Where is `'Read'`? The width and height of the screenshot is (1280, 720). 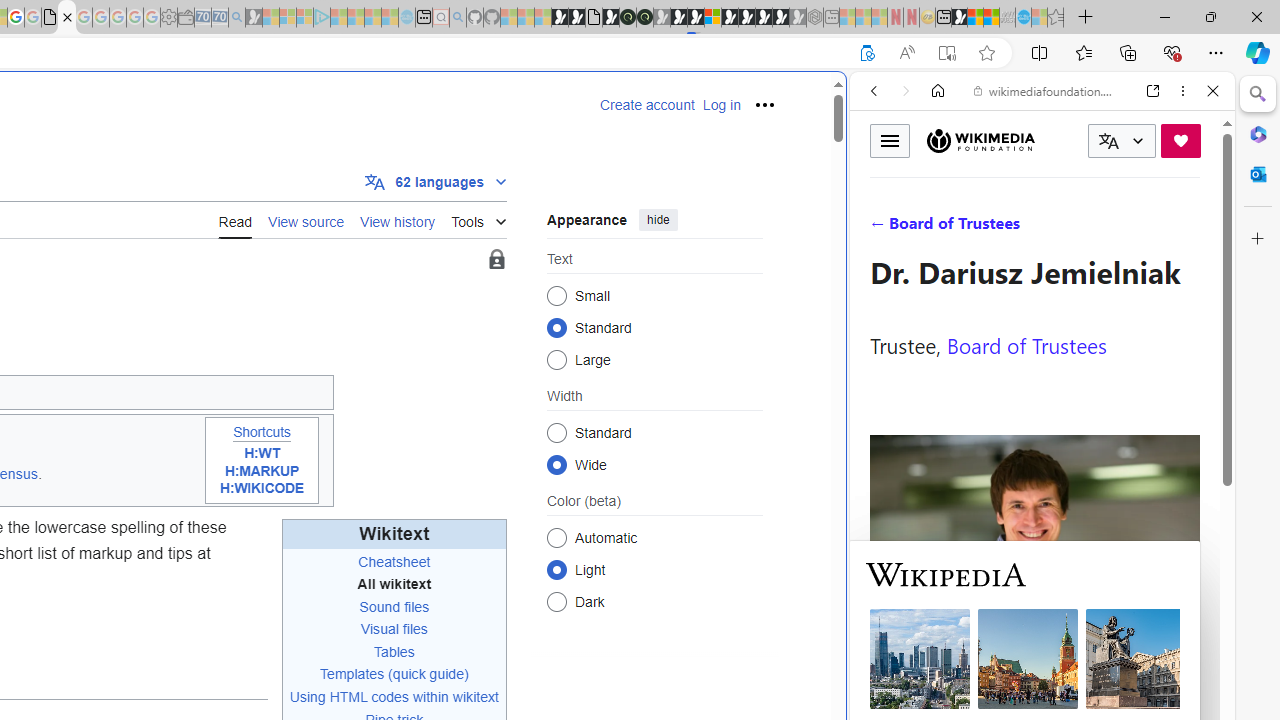
'Read' is located at coordinates (235, 219).